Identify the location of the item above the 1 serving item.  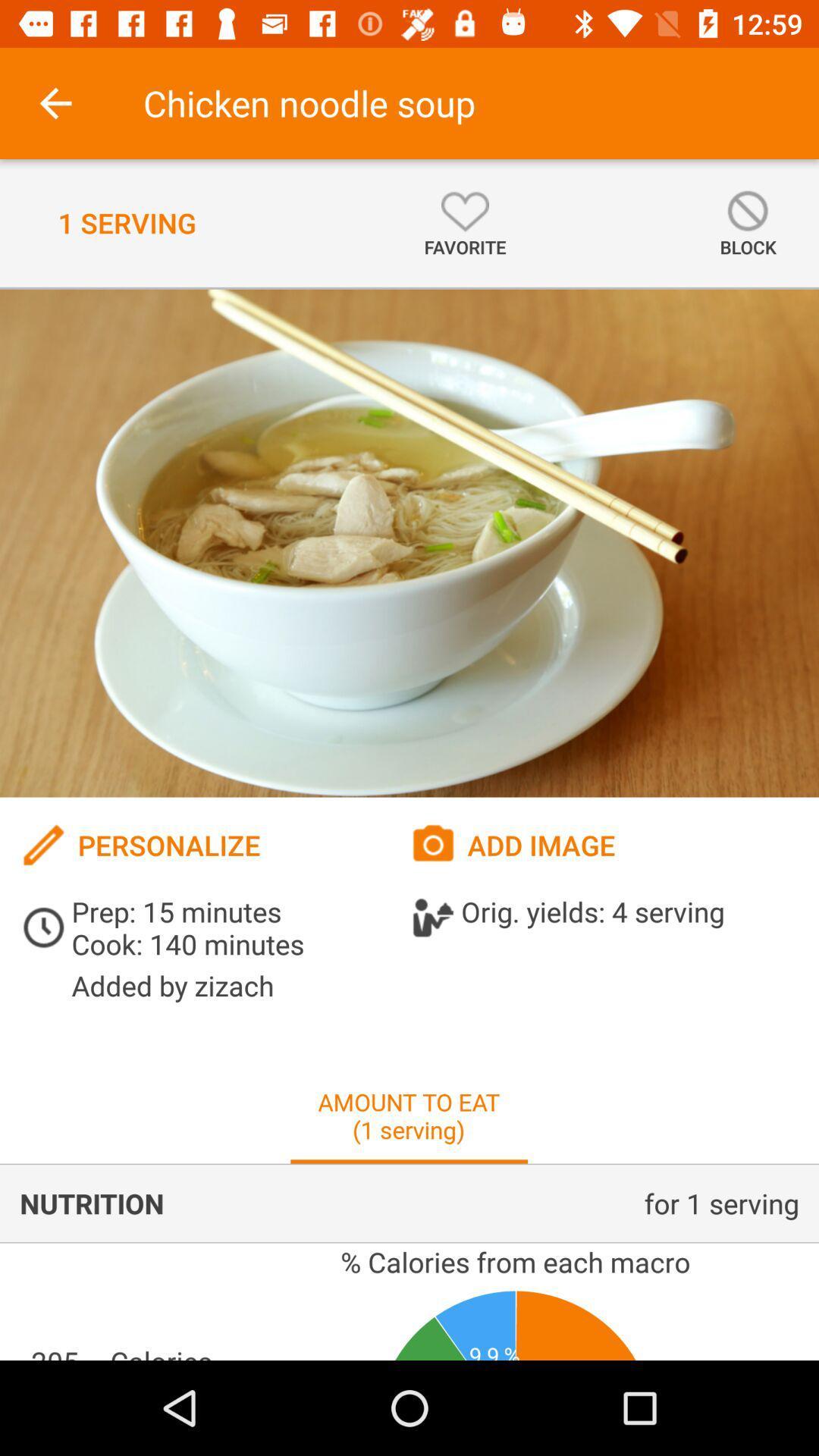
(55, 102).